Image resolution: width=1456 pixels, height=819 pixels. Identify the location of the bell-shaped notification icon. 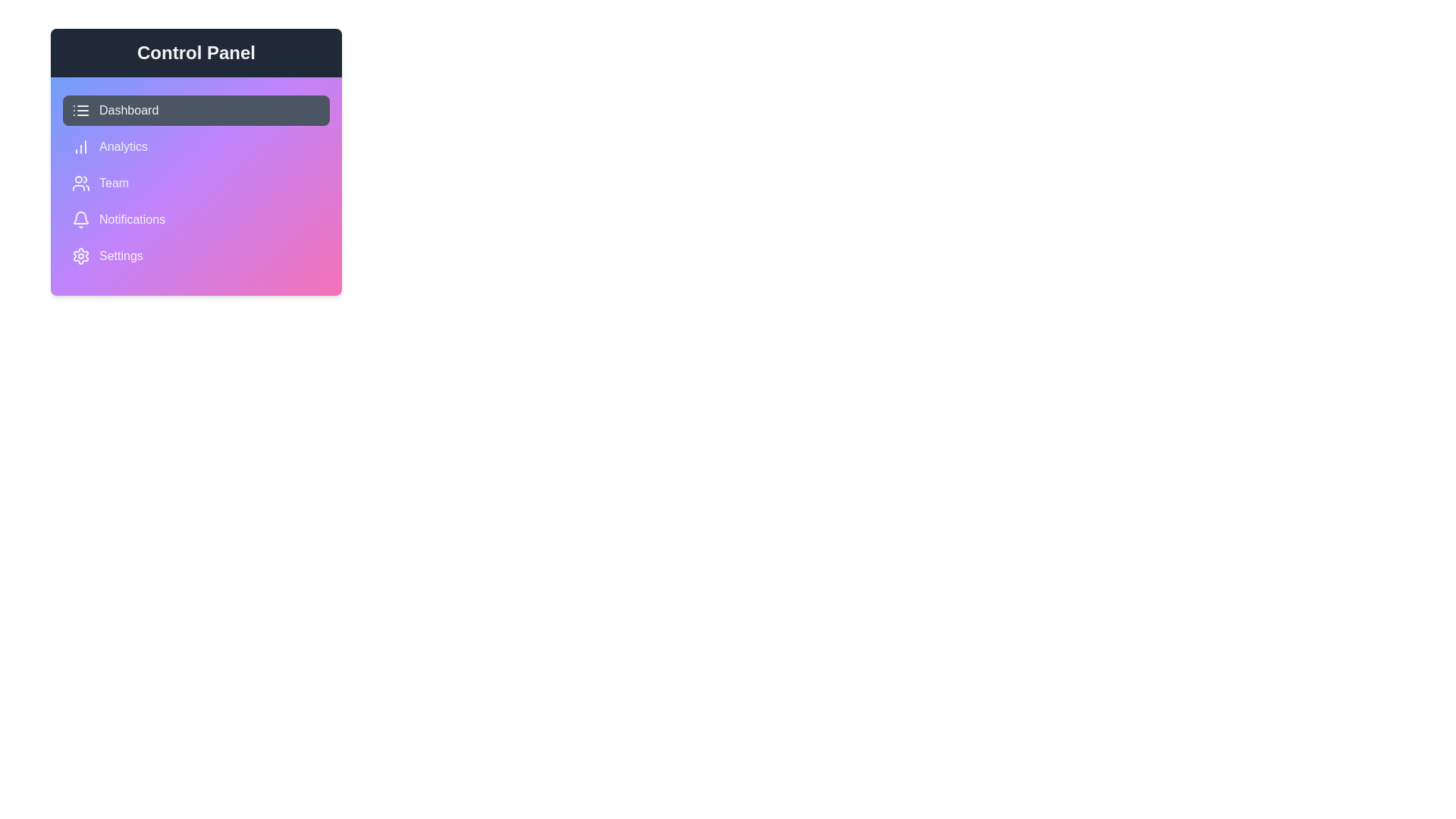
(80, 219).